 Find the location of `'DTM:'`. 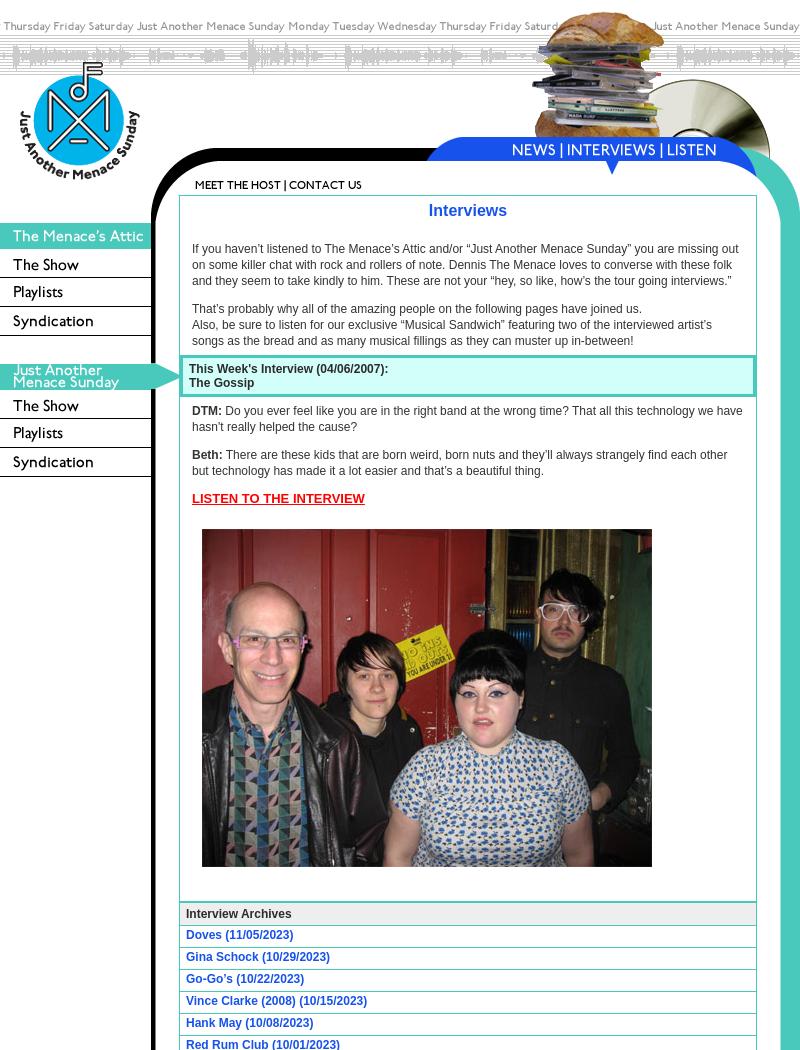

'DTM:' is located at coordinates (191, 410).